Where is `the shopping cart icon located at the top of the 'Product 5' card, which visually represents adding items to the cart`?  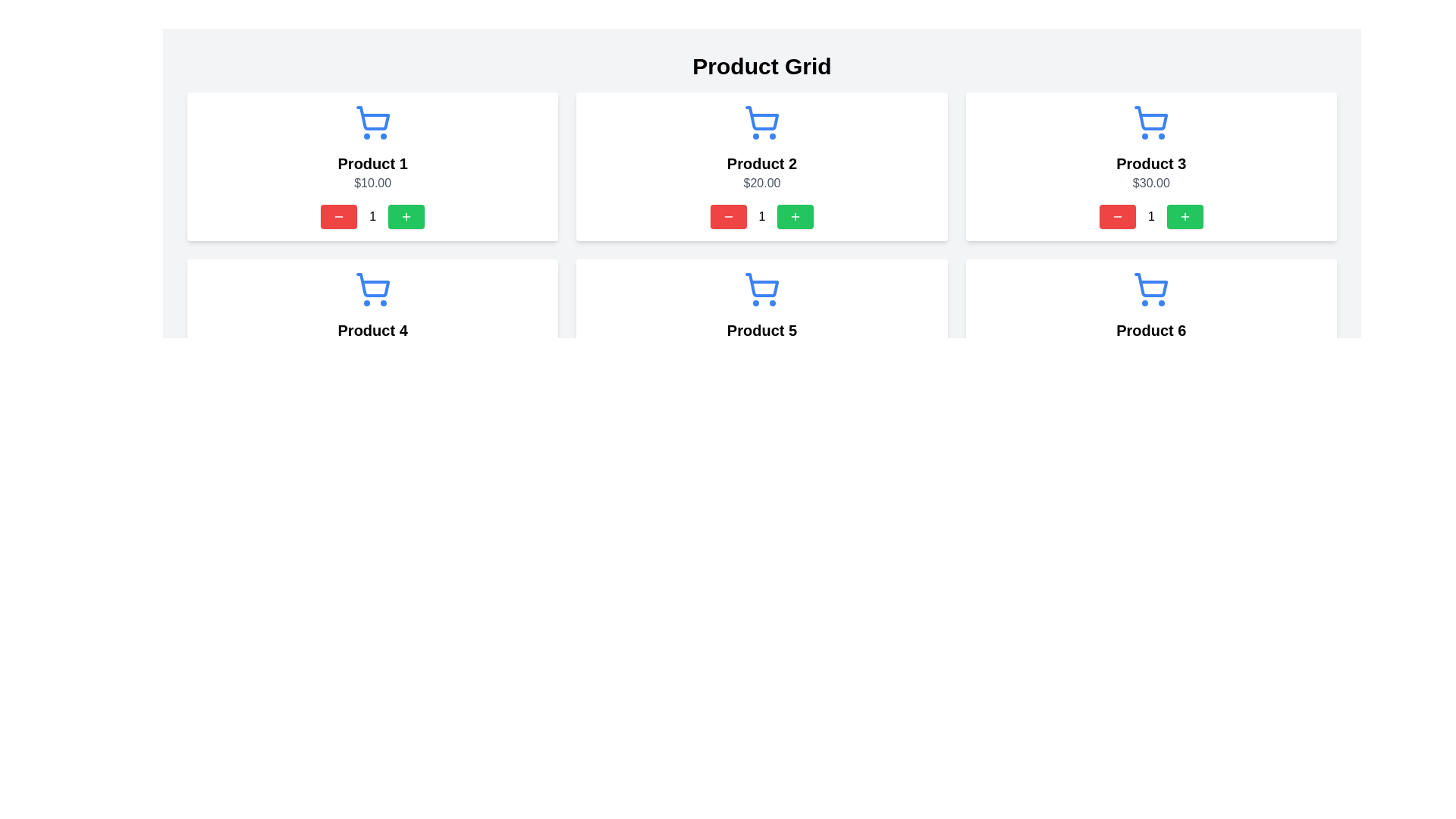 the shopping cart icon located at the top of the 'Product 5' card, which visually represents adding items to the cart is located at coordinates (761, 289).